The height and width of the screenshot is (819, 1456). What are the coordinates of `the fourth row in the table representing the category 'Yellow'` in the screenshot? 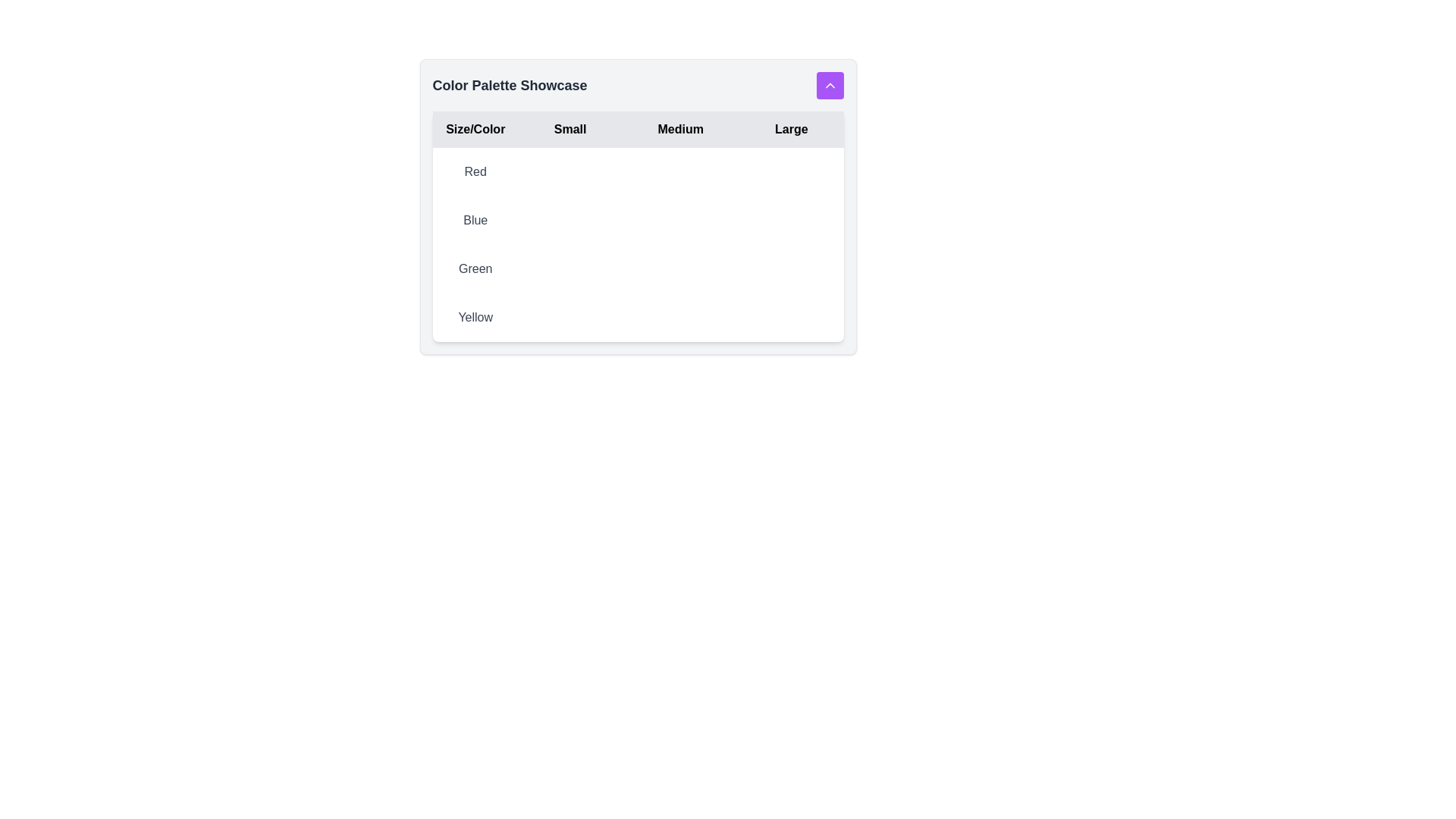 It's located at (638, 317).